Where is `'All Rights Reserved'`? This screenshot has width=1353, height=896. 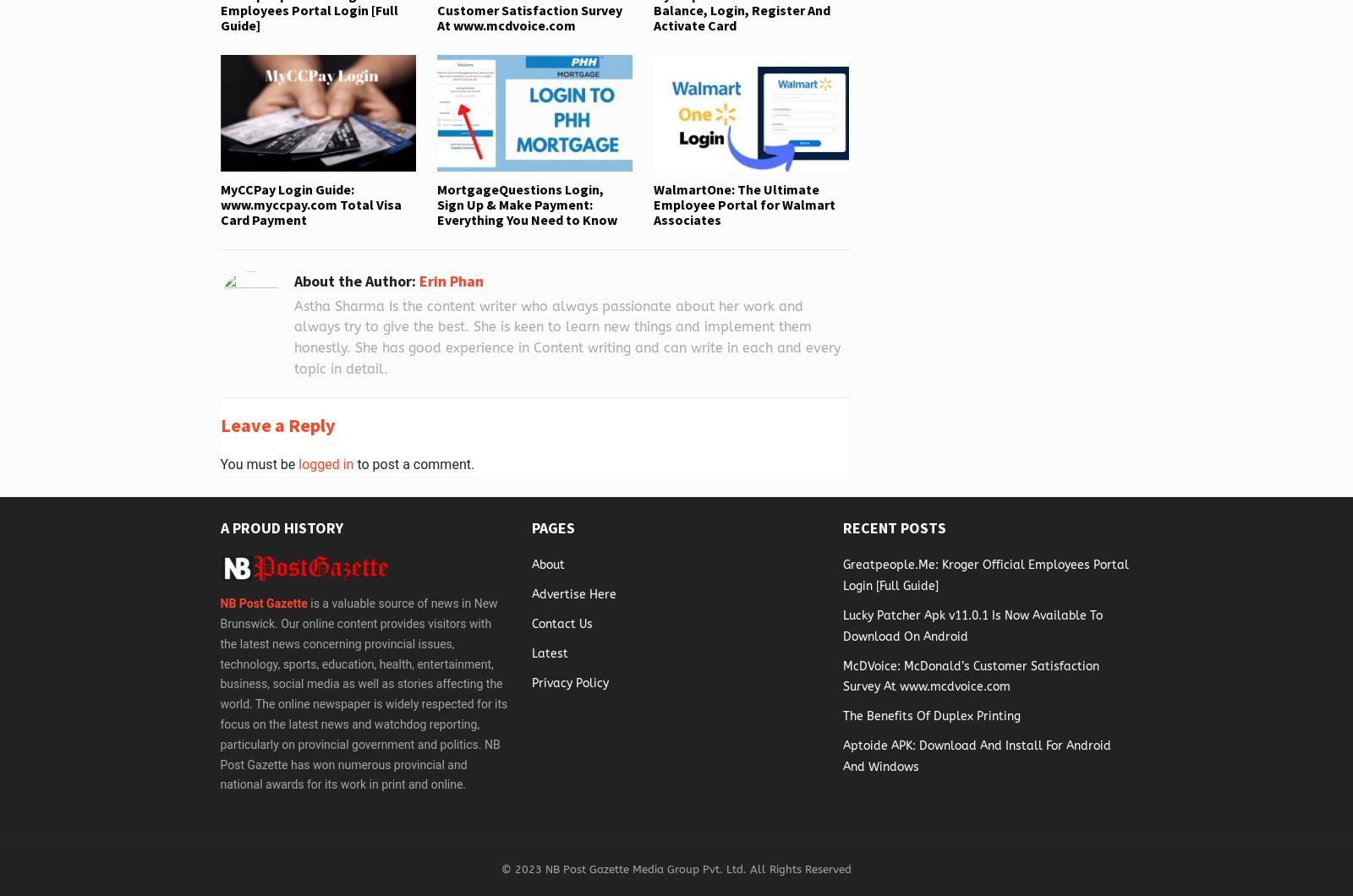 'All Rights Reserved' is located at coordinates (797, 868).